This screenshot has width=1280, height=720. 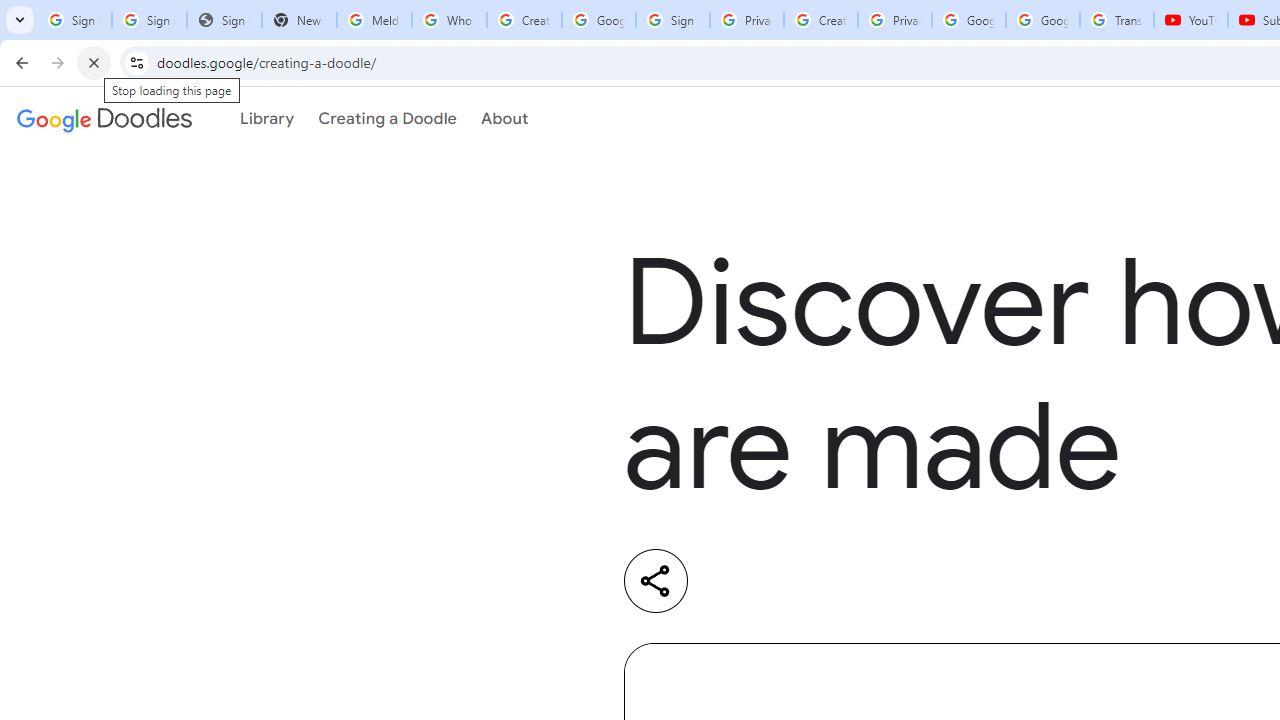 What do you see at coordinates (448, 20) in the screenshot?
I see `'Who is my administrator? - Google Account Help'` at bounding box center [448, 20].